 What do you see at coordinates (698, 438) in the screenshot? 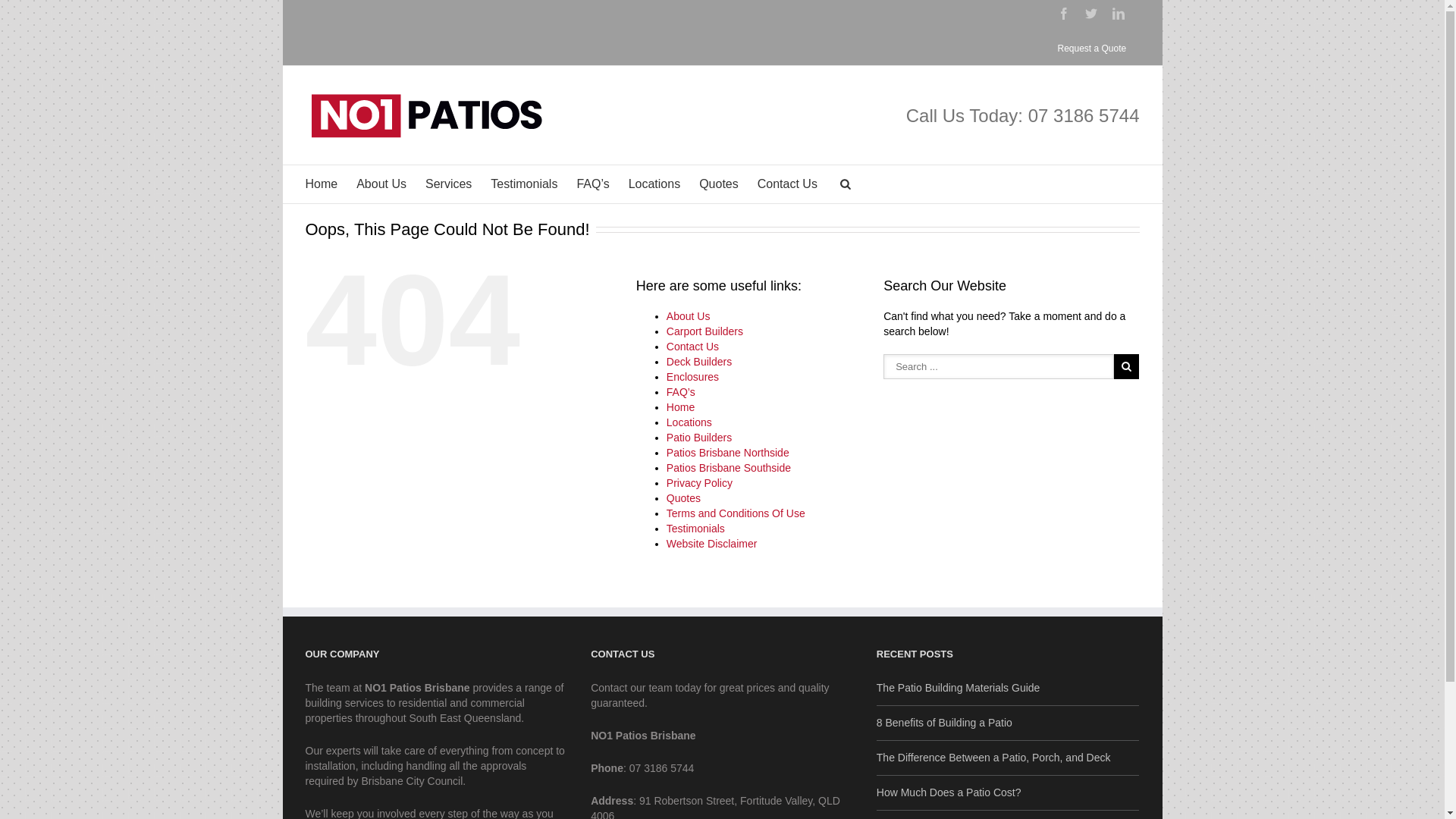
I see `'Patio Builders'` at bounding box center [698, 438].